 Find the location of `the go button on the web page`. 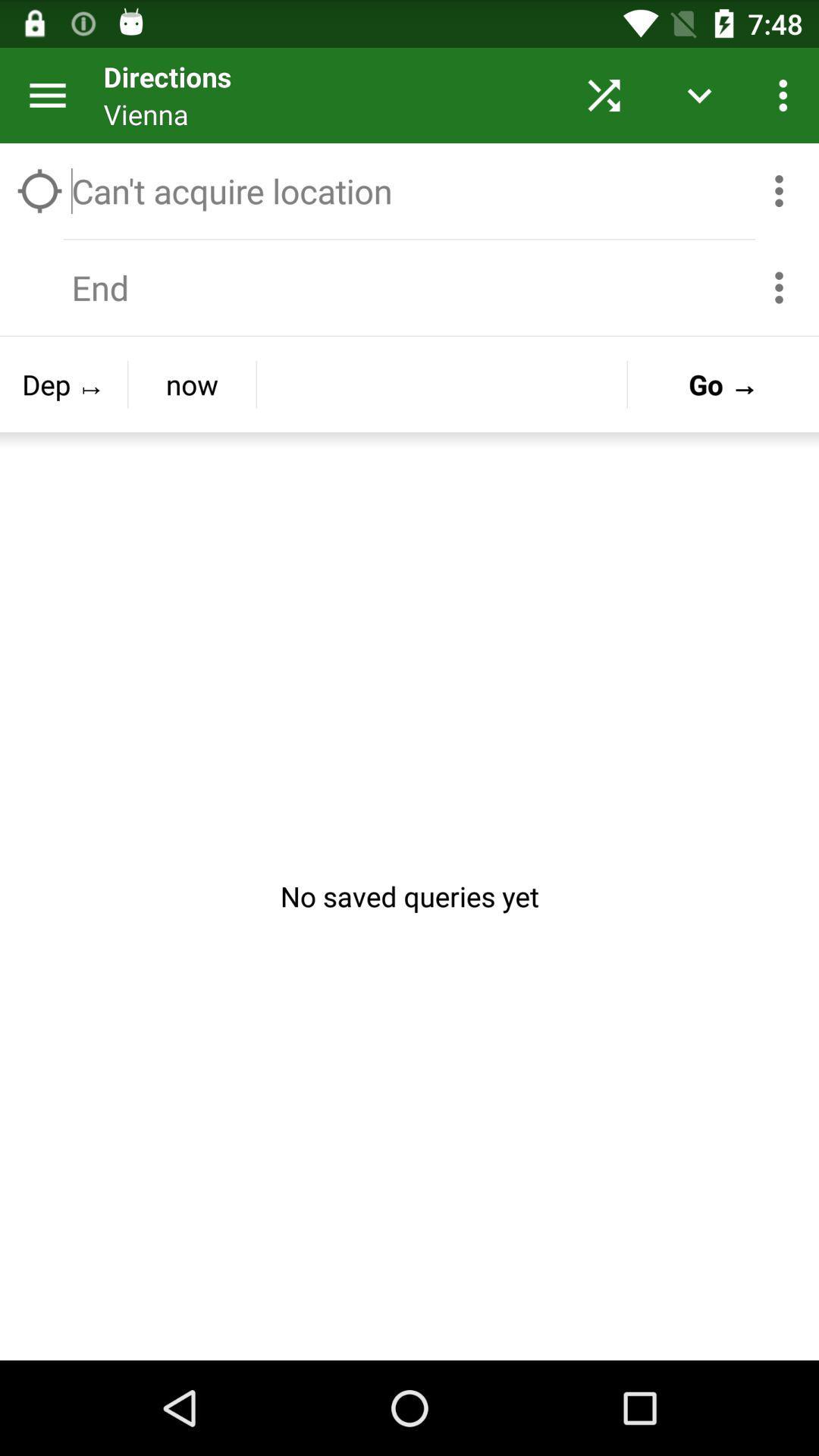

the go button on the web page is located at coordinates (722, 384).